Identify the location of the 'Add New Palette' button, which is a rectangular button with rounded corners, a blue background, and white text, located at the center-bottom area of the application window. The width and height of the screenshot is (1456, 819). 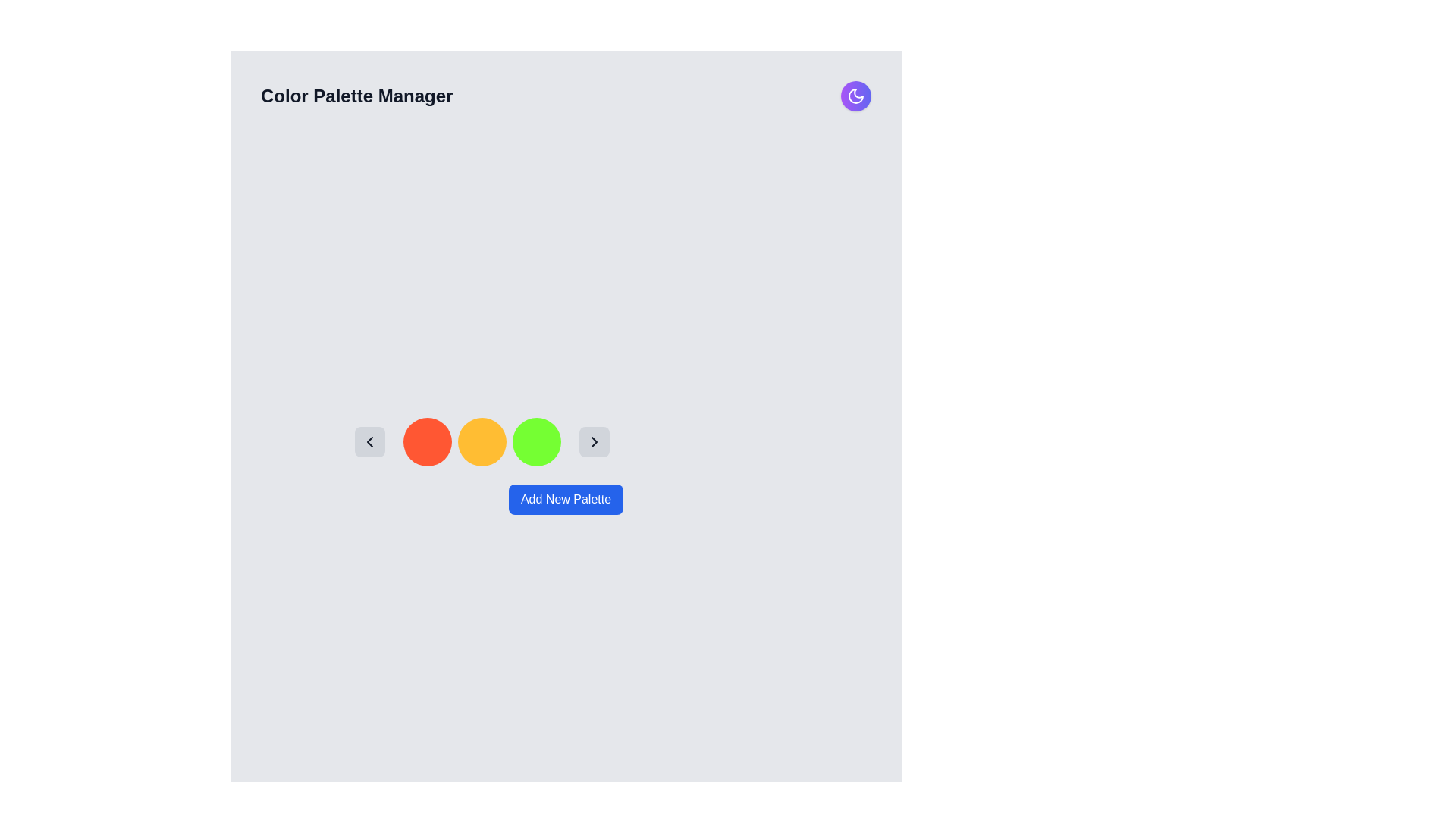
(565, 500).